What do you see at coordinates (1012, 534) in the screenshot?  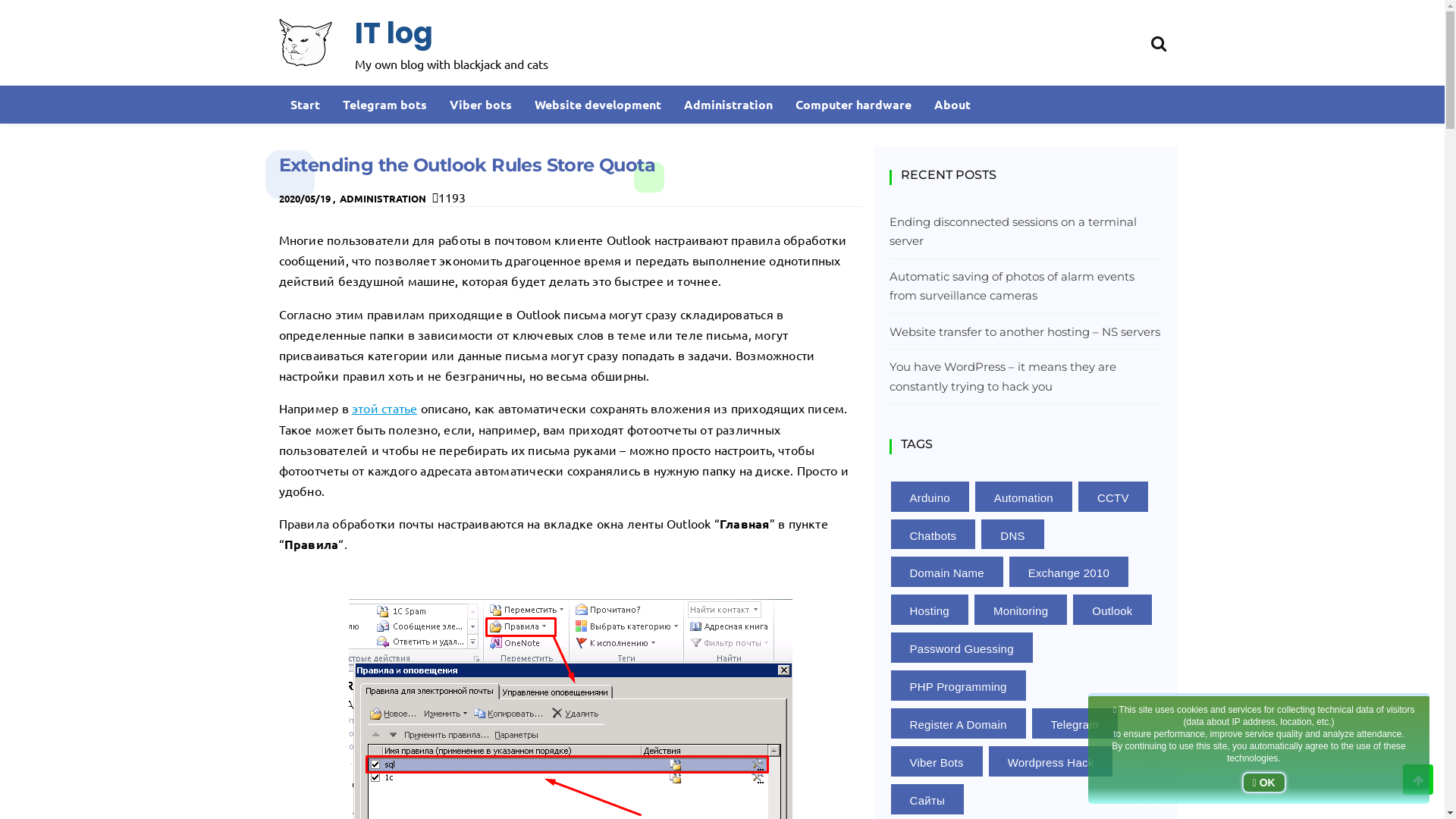 I see `'DNS'` at bounding box center [1012, 534].